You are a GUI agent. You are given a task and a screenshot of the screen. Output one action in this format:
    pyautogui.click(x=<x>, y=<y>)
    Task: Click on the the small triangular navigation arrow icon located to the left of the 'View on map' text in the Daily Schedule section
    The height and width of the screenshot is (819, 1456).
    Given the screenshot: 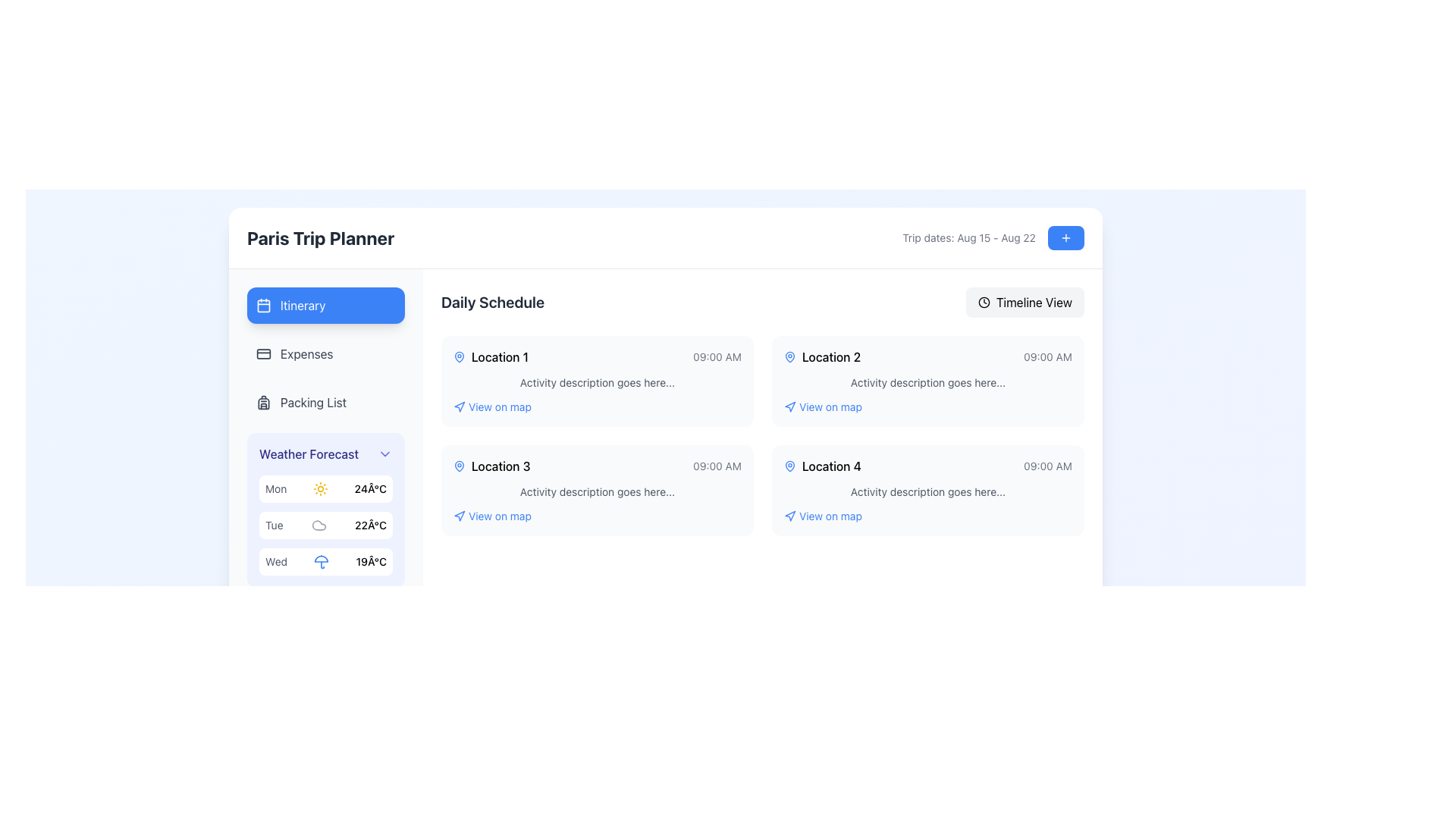 What is the action you would take?
    pyautogui.click(x=459, y=406)
    